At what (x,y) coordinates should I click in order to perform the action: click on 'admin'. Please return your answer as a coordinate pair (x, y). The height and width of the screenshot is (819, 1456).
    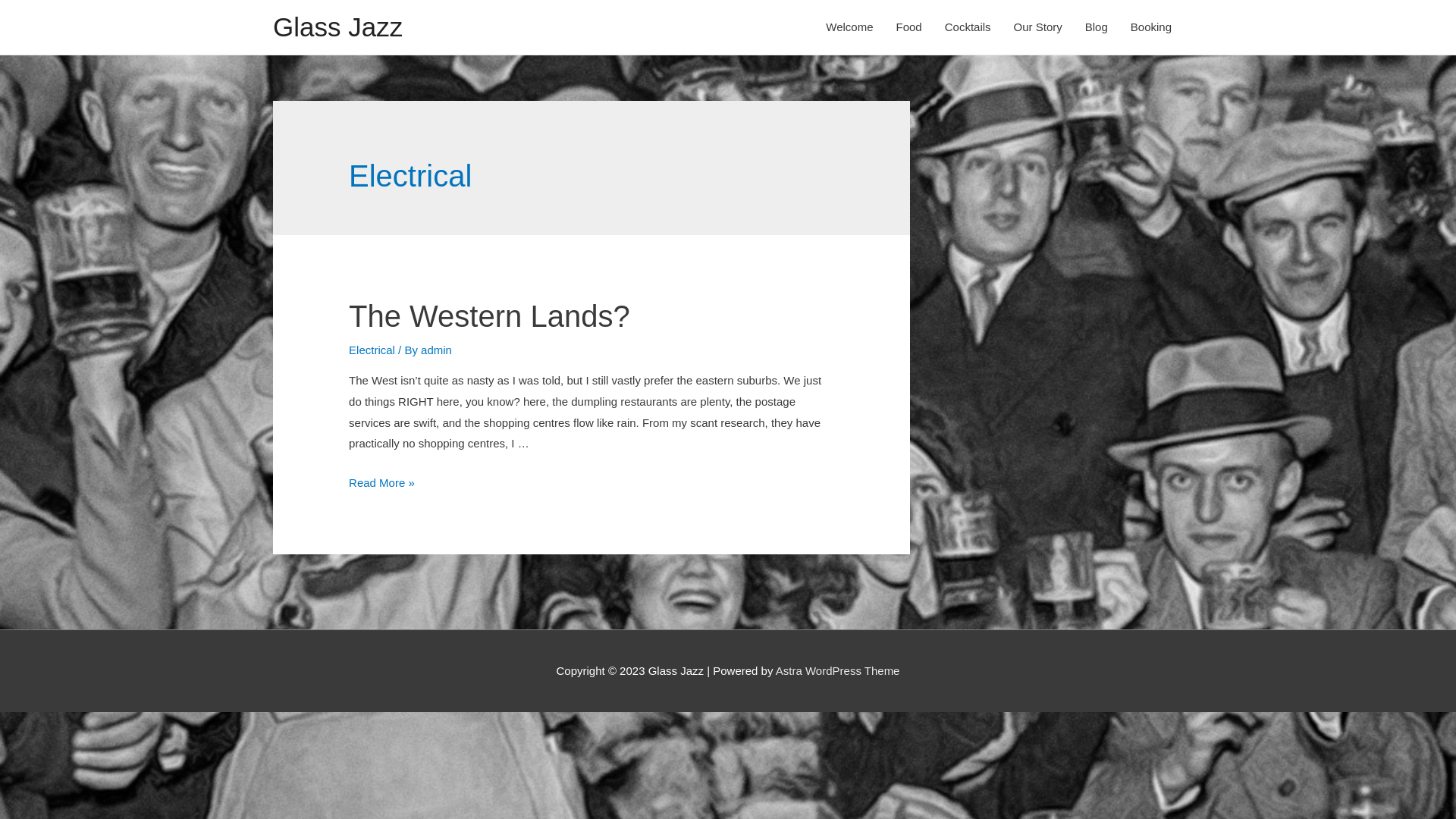
    Looking at the image, I should click on (435, 350).